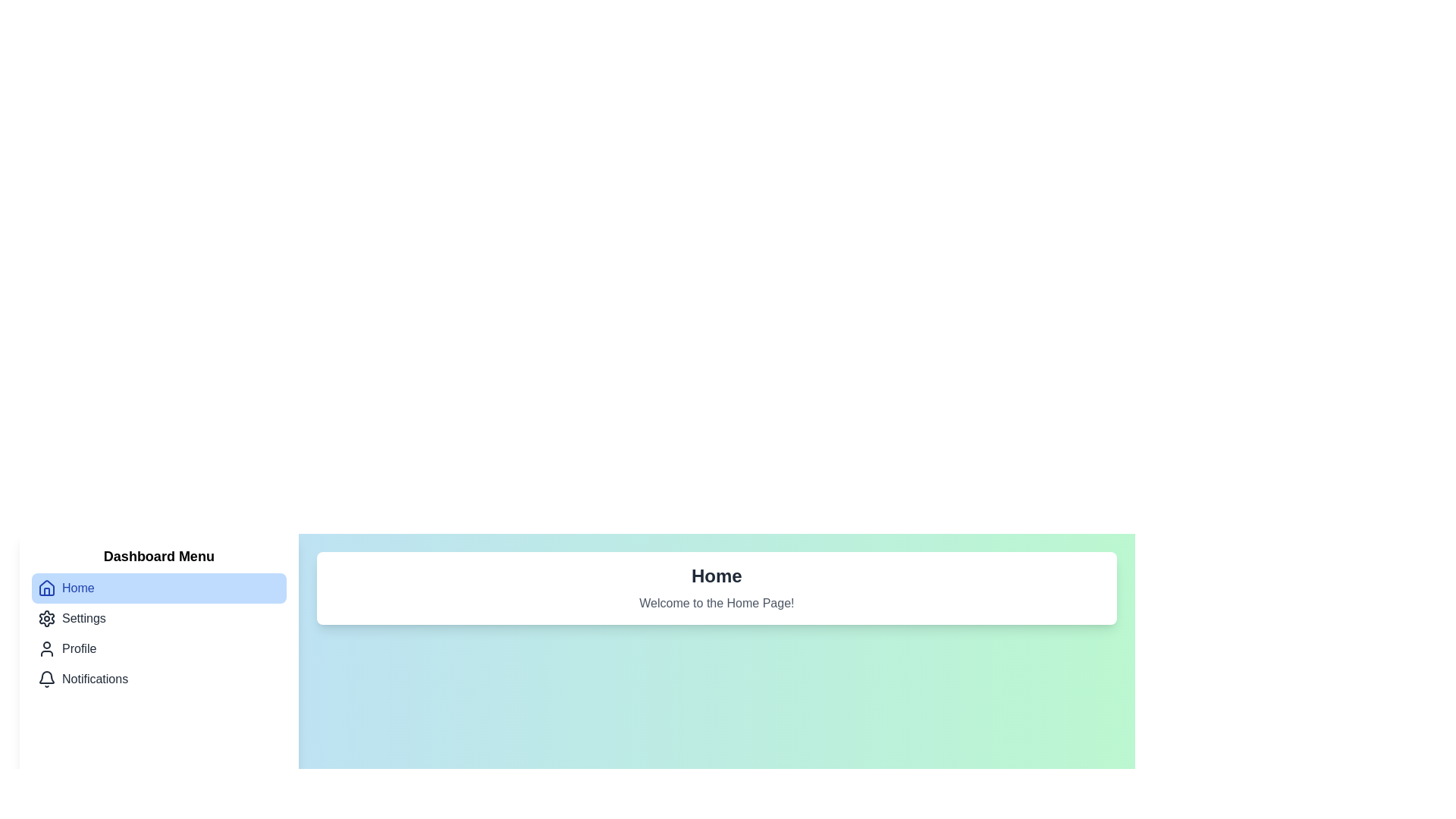  What do you see at coordinates (158, 678) in the screenshot?
I see `the button corresponding to the selected section Notifications` at bounding box center [158, 678].